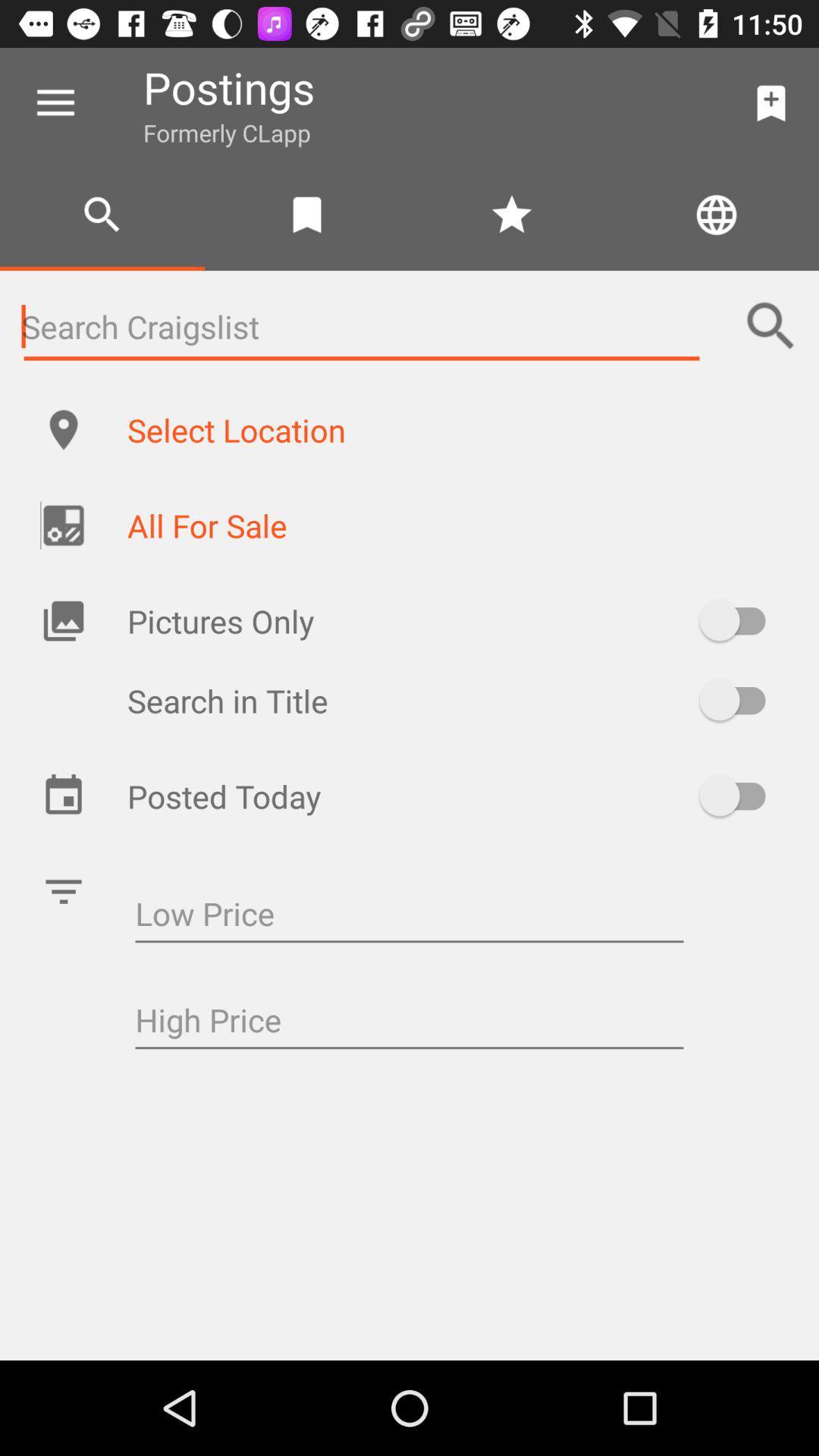 The width and height of the screenshot is (819, 1456). Describe the element at coordinates (739, 620) in the screenshot. I see `pictures only` at that location.